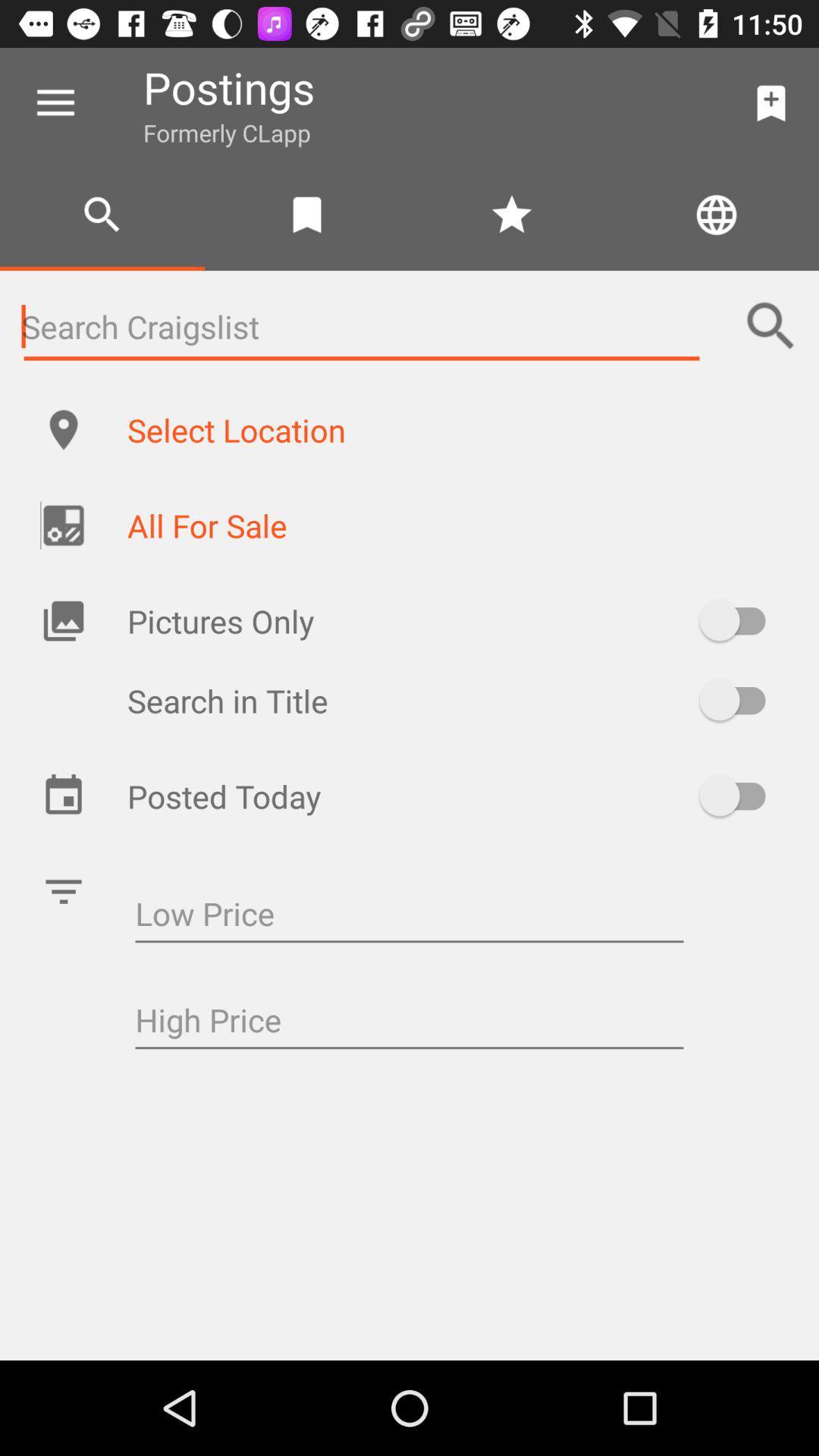 The width and height of the screenshot is (819, 1456). Describe the element at coordinates (739, 620) in the screenshot. I see `pictures only` at that location.